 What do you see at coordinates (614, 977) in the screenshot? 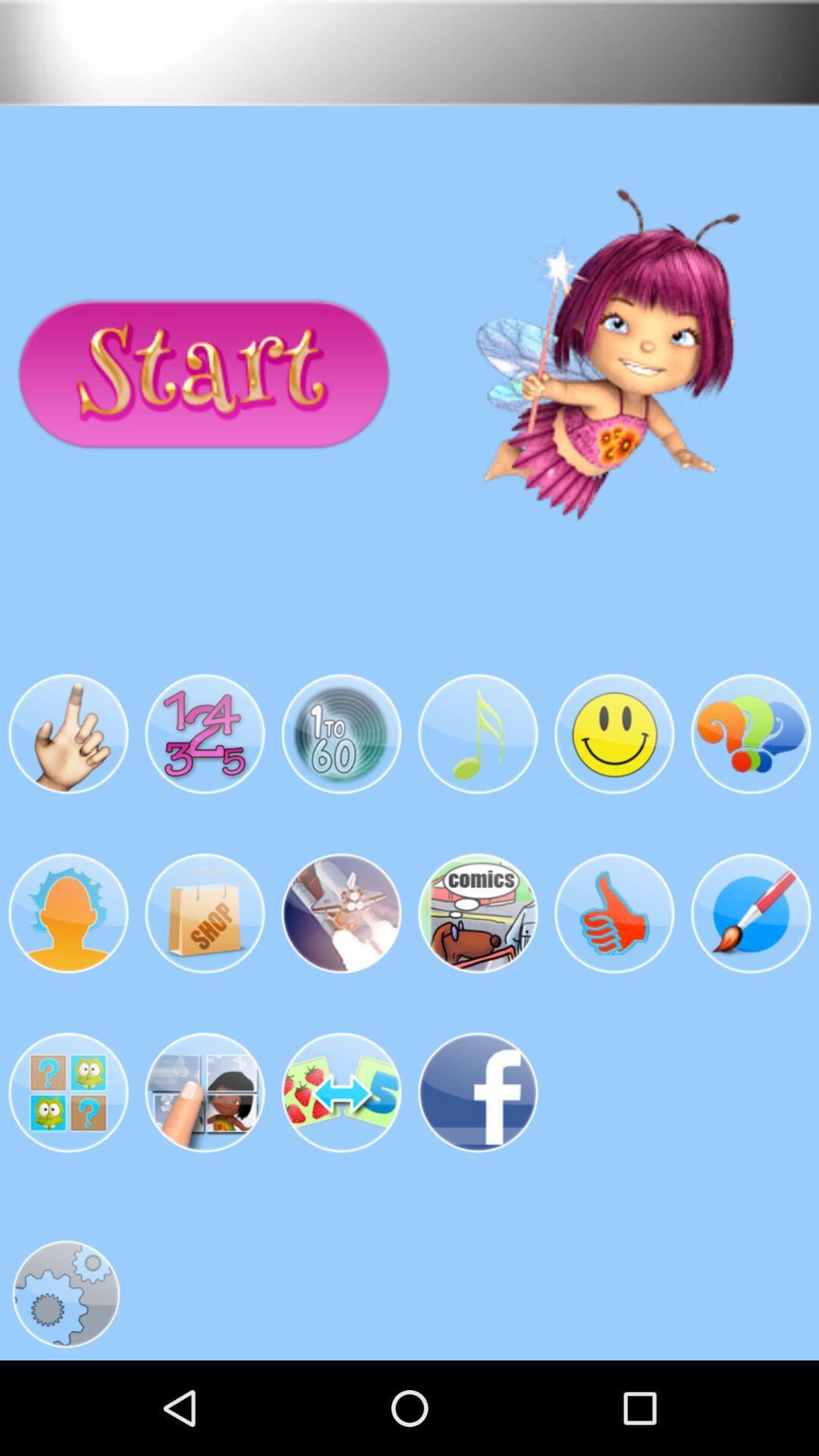
I see `the thumbs_up icon` at bounding box center [614, 977].